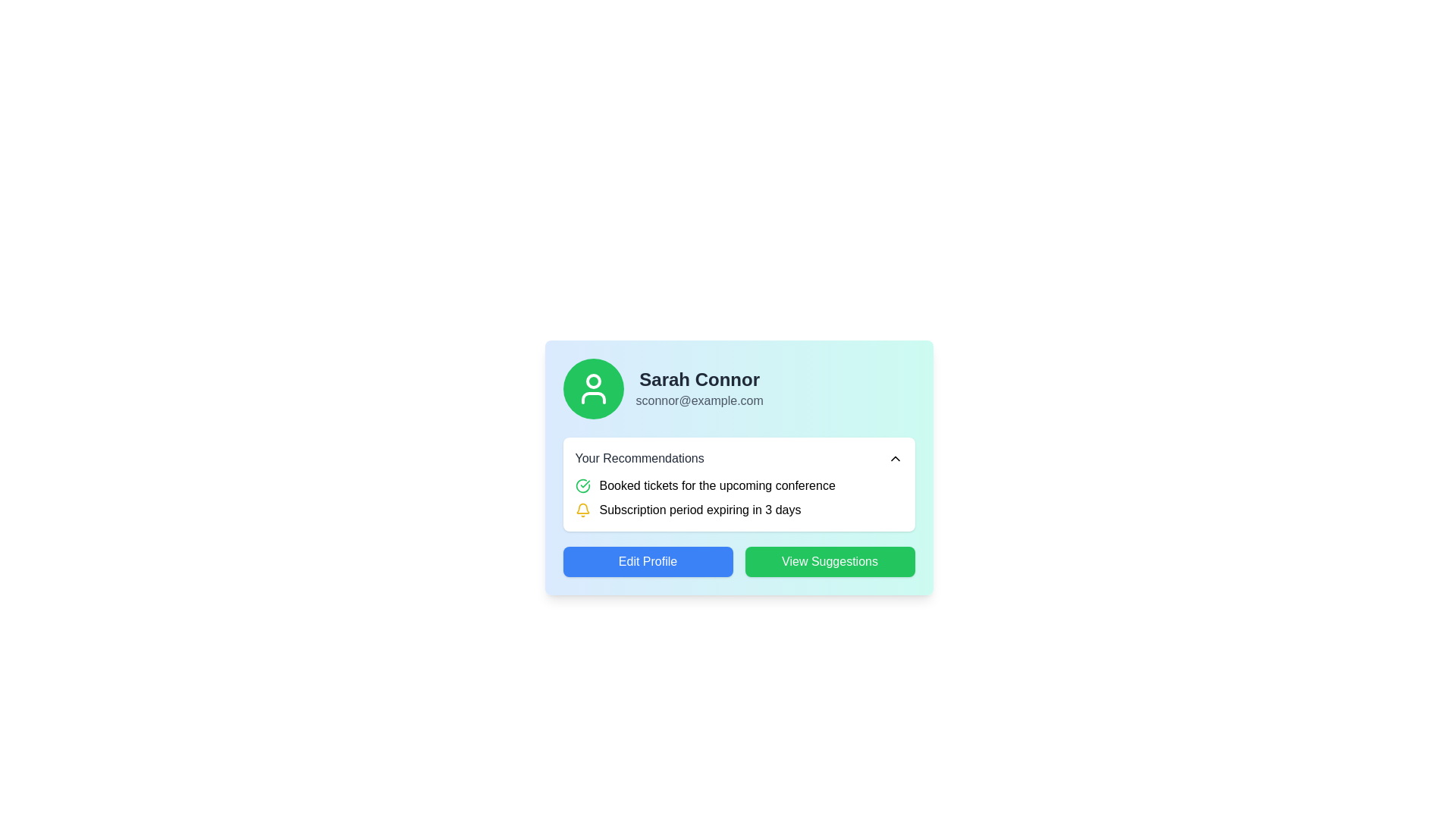  I want to click on information block about booked tickets for a conference, located within the white card labeled 'Your Recommendations', directly below the header 'Your Recommendations', so click(739, 497).